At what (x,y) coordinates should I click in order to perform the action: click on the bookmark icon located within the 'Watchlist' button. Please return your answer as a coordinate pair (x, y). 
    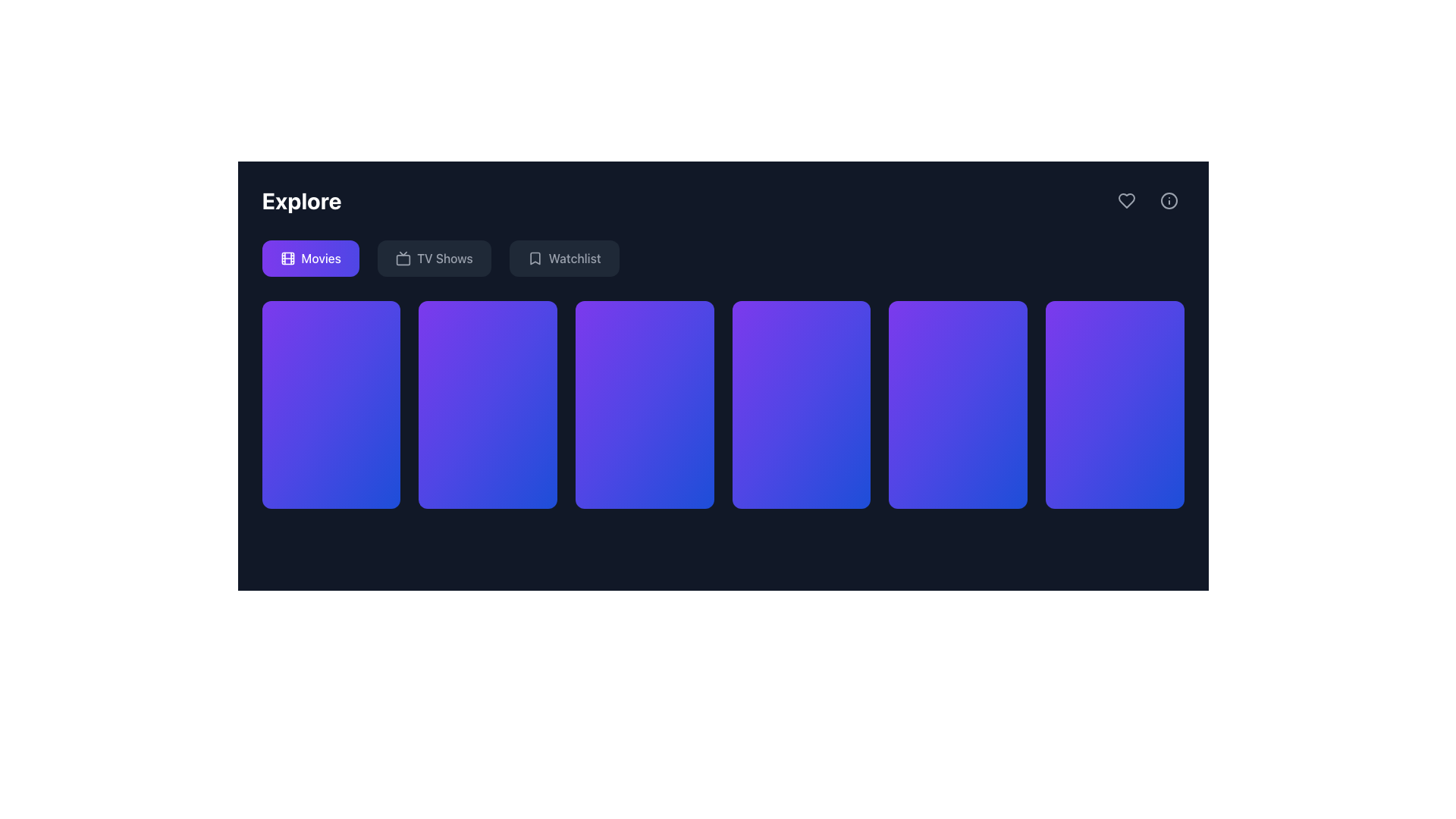
    Looking at the image, I should click on (535, 257).